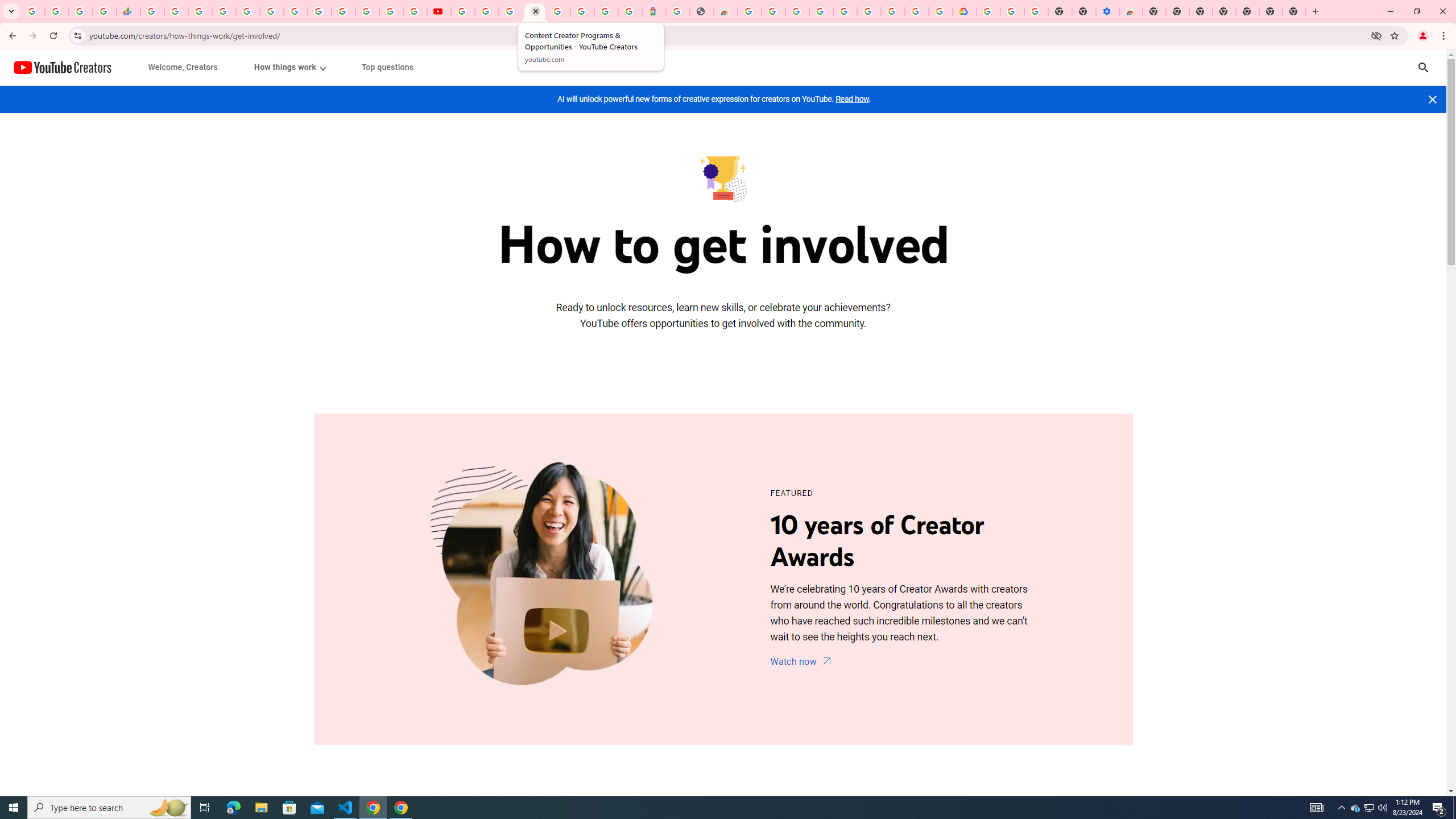 This screenshot has width=1456, height=819. Describe the element at coordinates (510, 11) in the screenshot. I see `'Create your Google Account'` at that location.